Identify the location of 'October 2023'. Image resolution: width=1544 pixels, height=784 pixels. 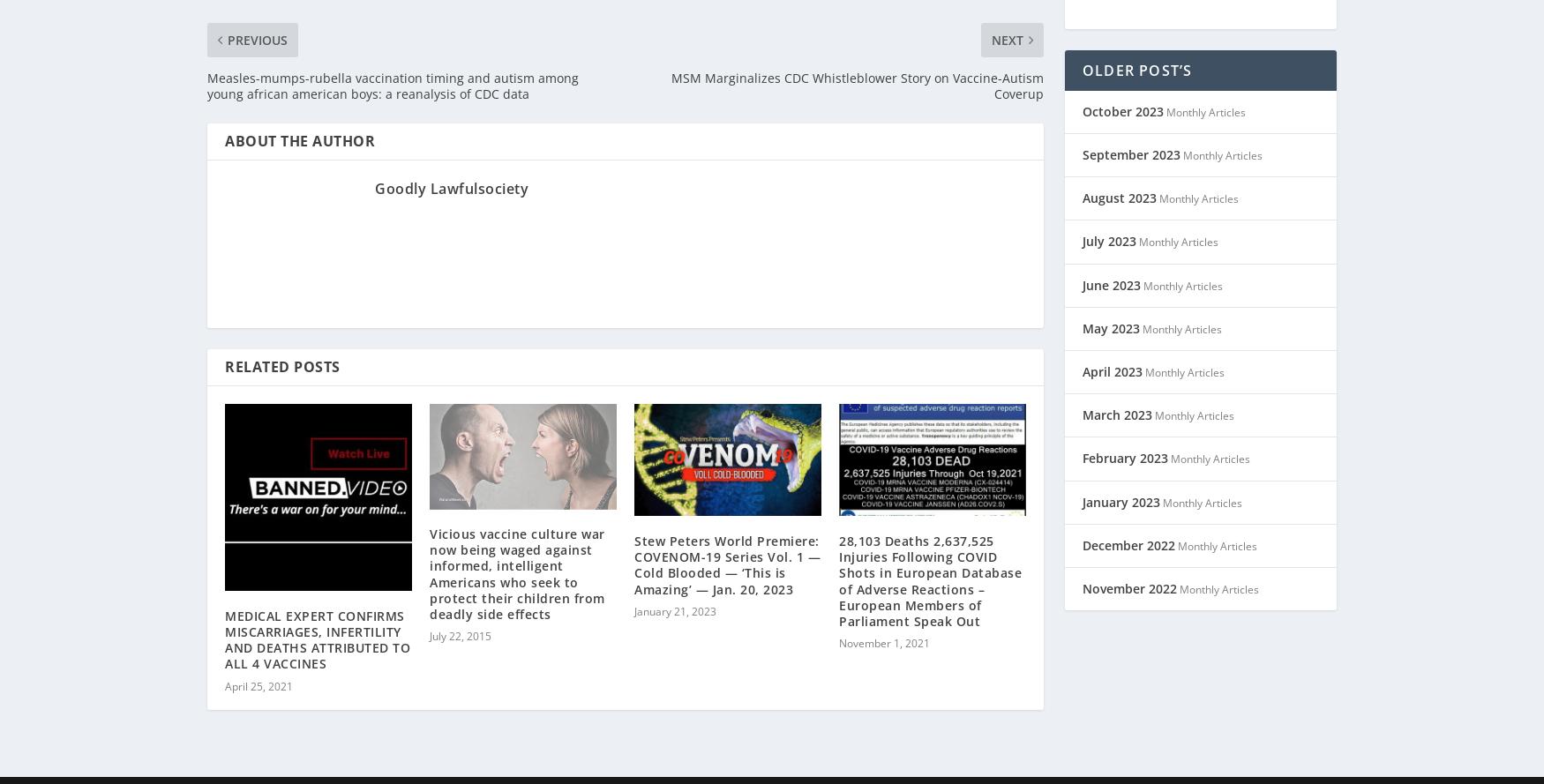
(1121, 87).